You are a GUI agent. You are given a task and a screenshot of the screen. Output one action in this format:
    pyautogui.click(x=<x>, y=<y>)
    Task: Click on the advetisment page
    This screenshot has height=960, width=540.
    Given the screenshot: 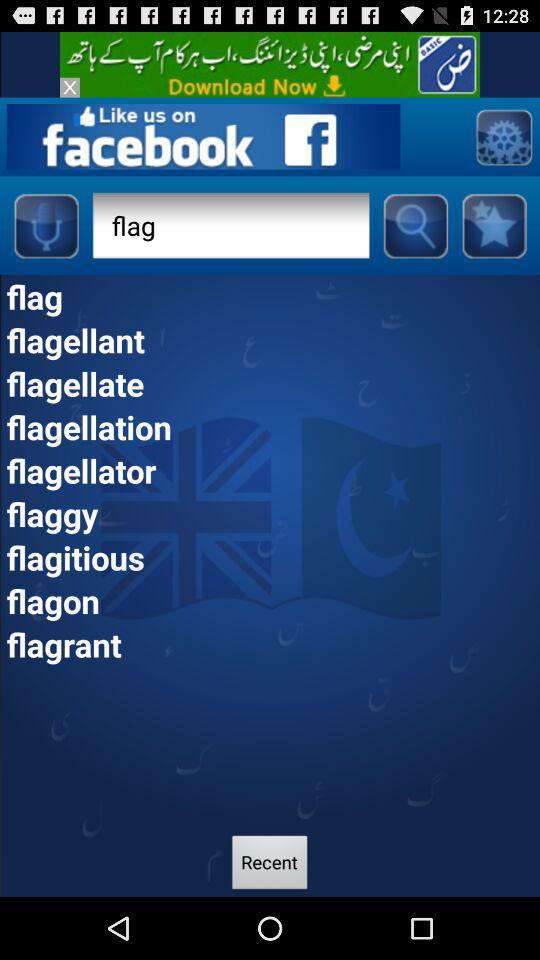 What is the action you would take?
    pyautogui.click(x=502, y=135)
    